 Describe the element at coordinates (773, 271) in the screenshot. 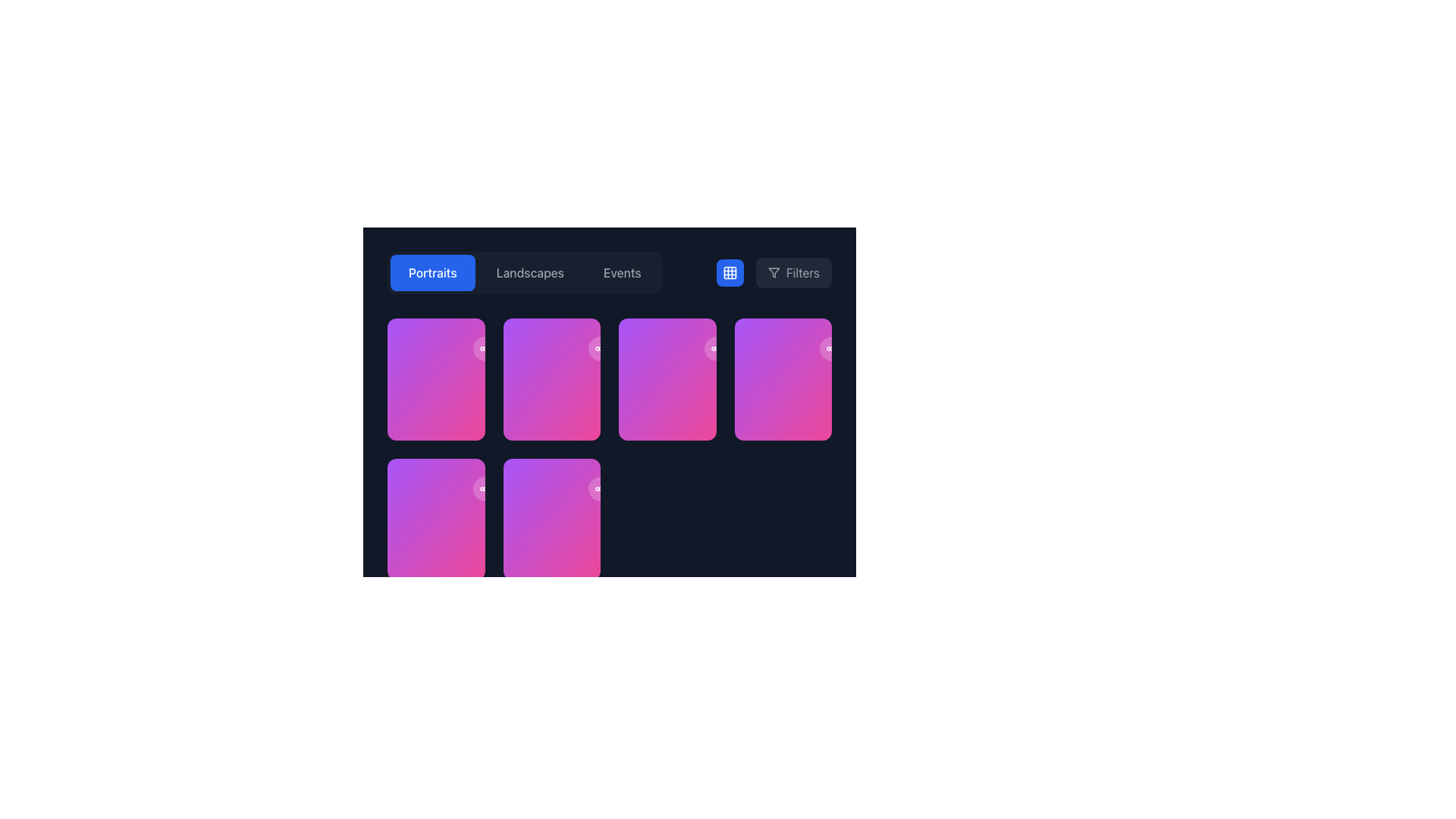

I see `the filtering SVG icon located in the filters section at the top right corner of the interface, adjacent to the grid icon` at that location.